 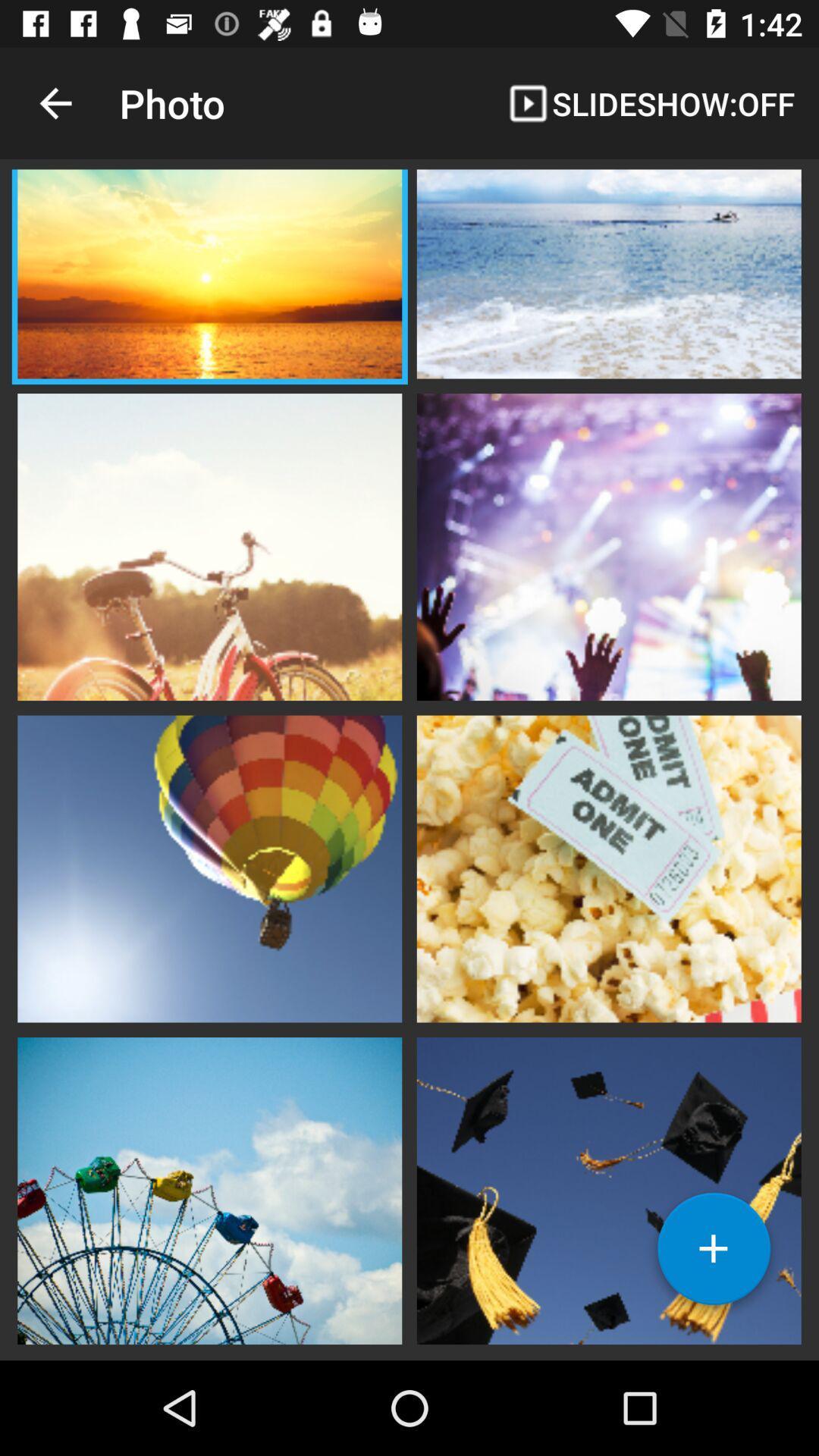 What do you see at coordinates (55, 102) in the screenshot?
I see `icon next to photo app` at bounding box center [55, 102].